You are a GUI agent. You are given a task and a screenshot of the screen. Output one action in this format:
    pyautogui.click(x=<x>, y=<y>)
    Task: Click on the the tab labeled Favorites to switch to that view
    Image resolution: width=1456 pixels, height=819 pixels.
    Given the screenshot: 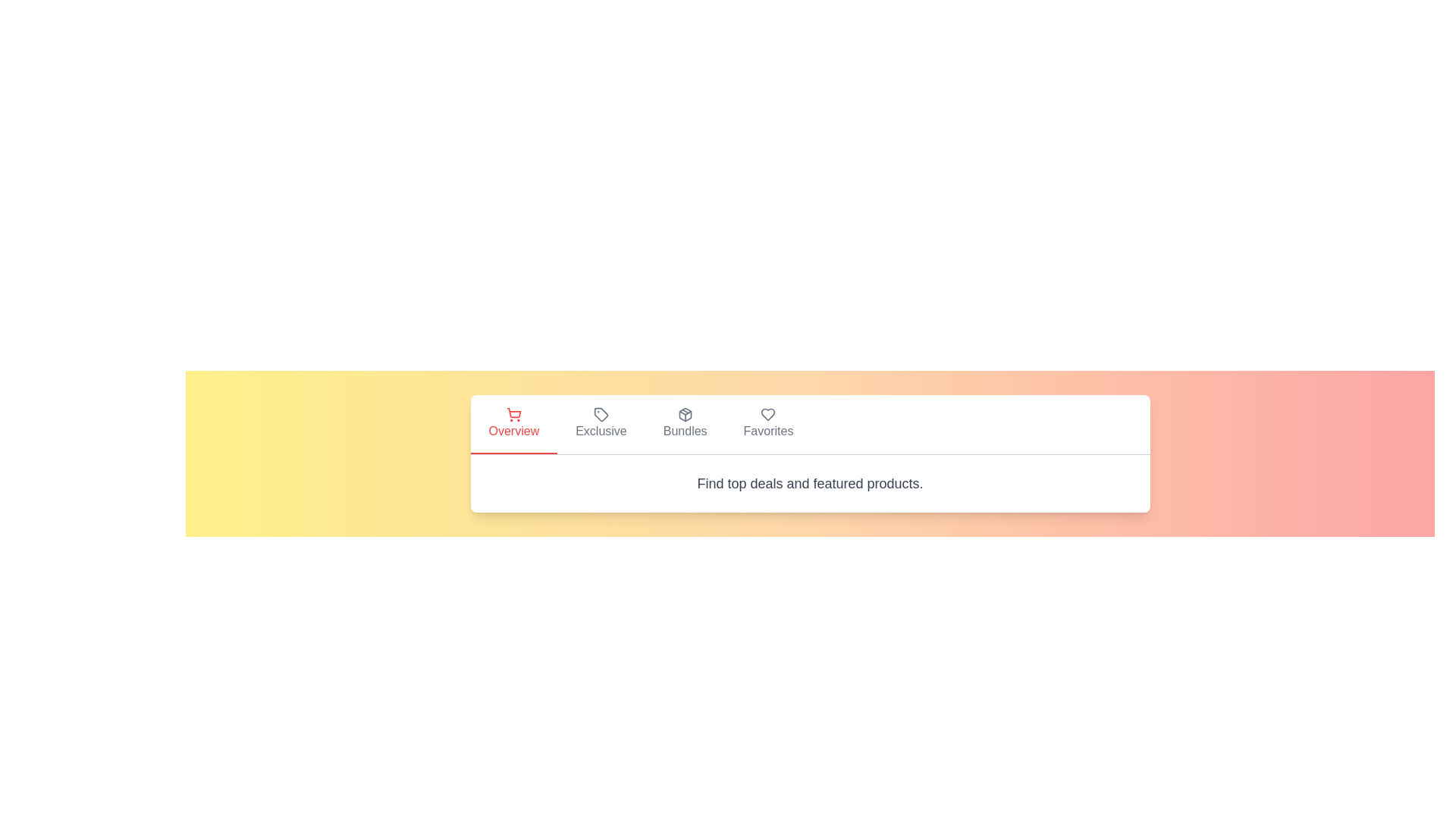 What is the action you would take?
    pyautogui.click(x=768, y=424)
    